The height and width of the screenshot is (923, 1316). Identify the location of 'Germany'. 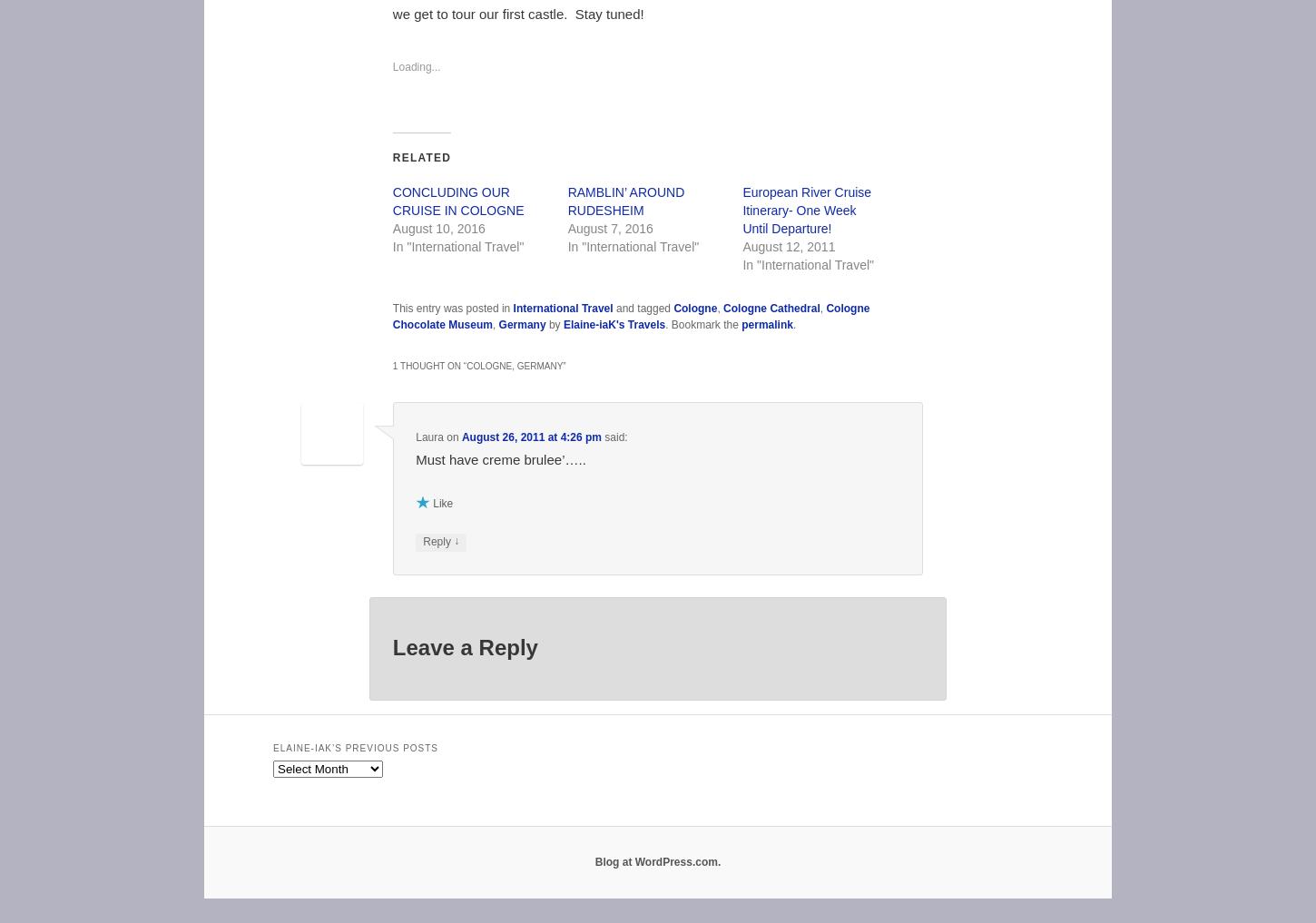
(522, 322).